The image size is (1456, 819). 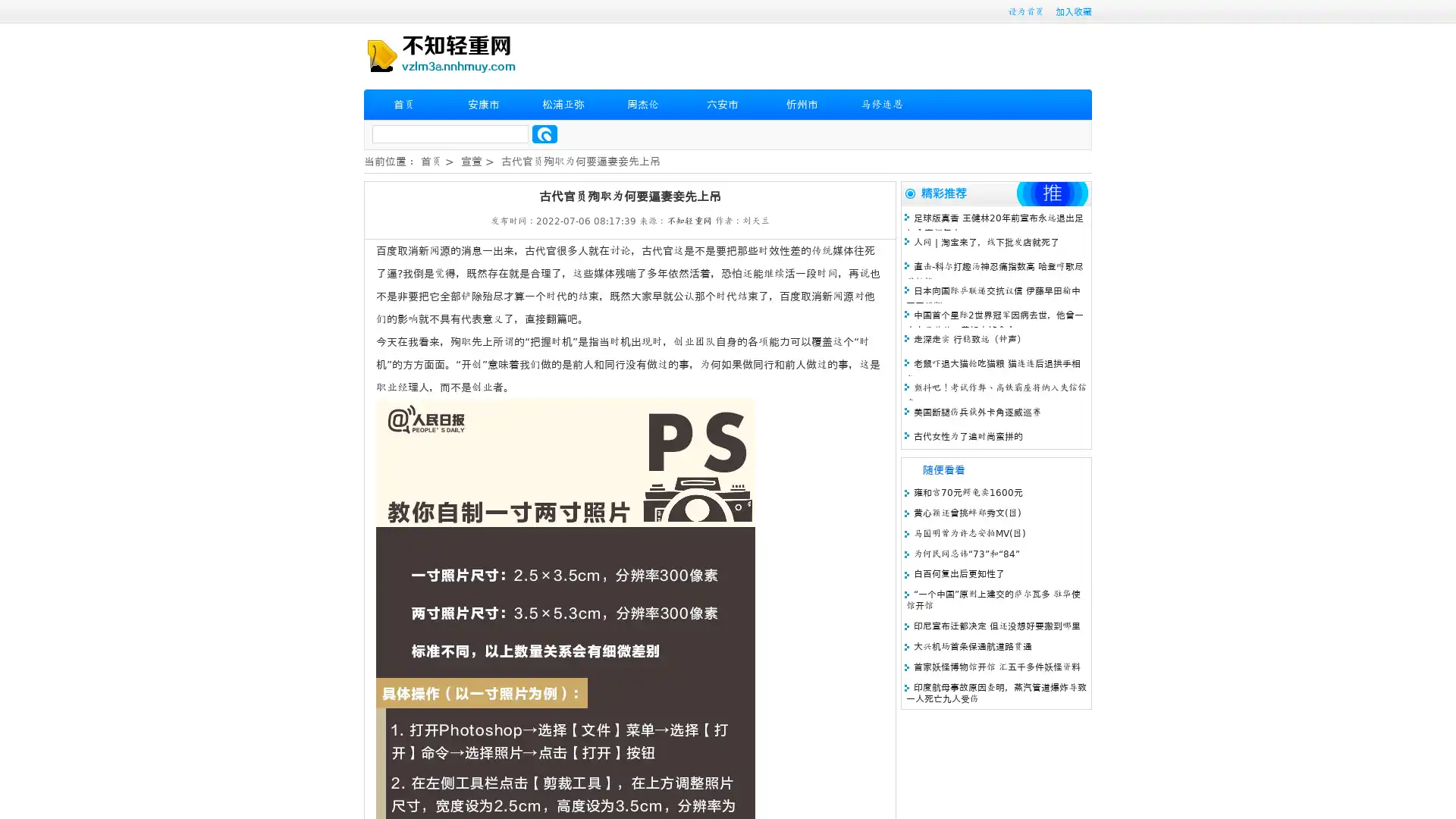 What do you see at coordinates (544, 133) in the screenshot?
I see `Search` at bounding box center [544, 133].